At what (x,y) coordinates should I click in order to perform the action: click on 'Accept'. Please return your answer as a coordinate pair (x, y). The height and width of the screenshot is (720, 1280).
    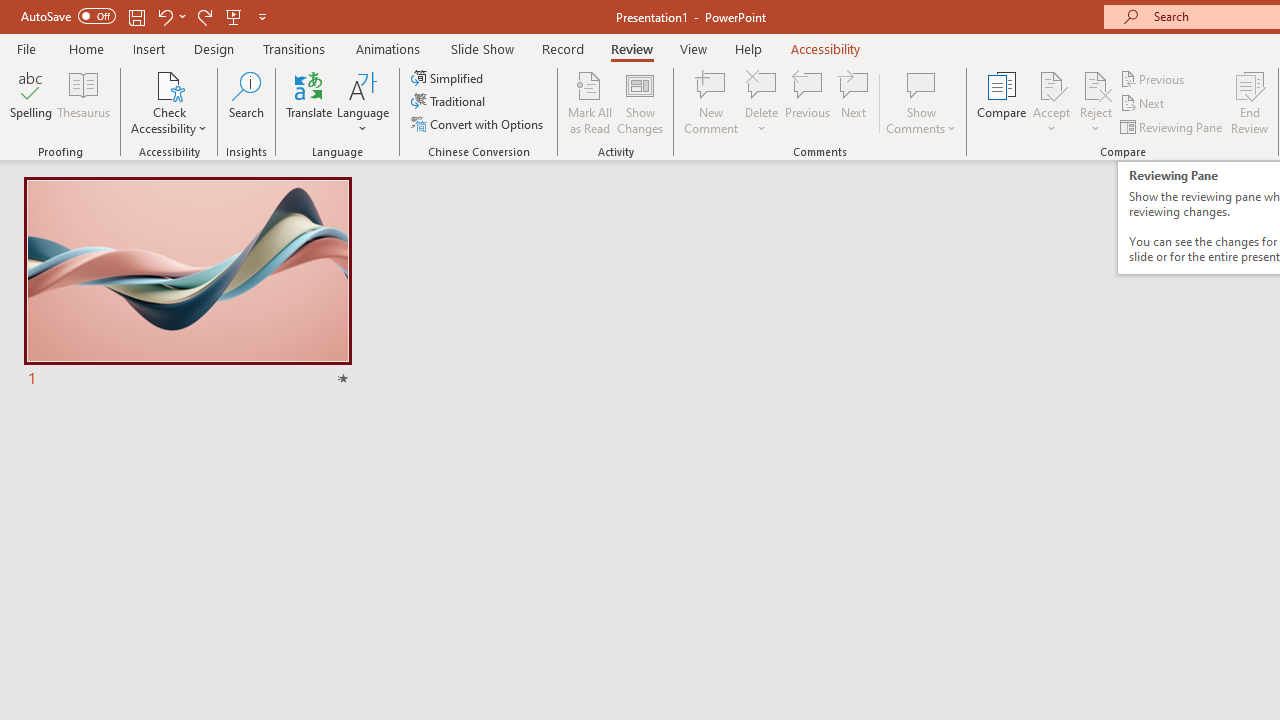
    Looking at the image, I should click on (1050, 103).